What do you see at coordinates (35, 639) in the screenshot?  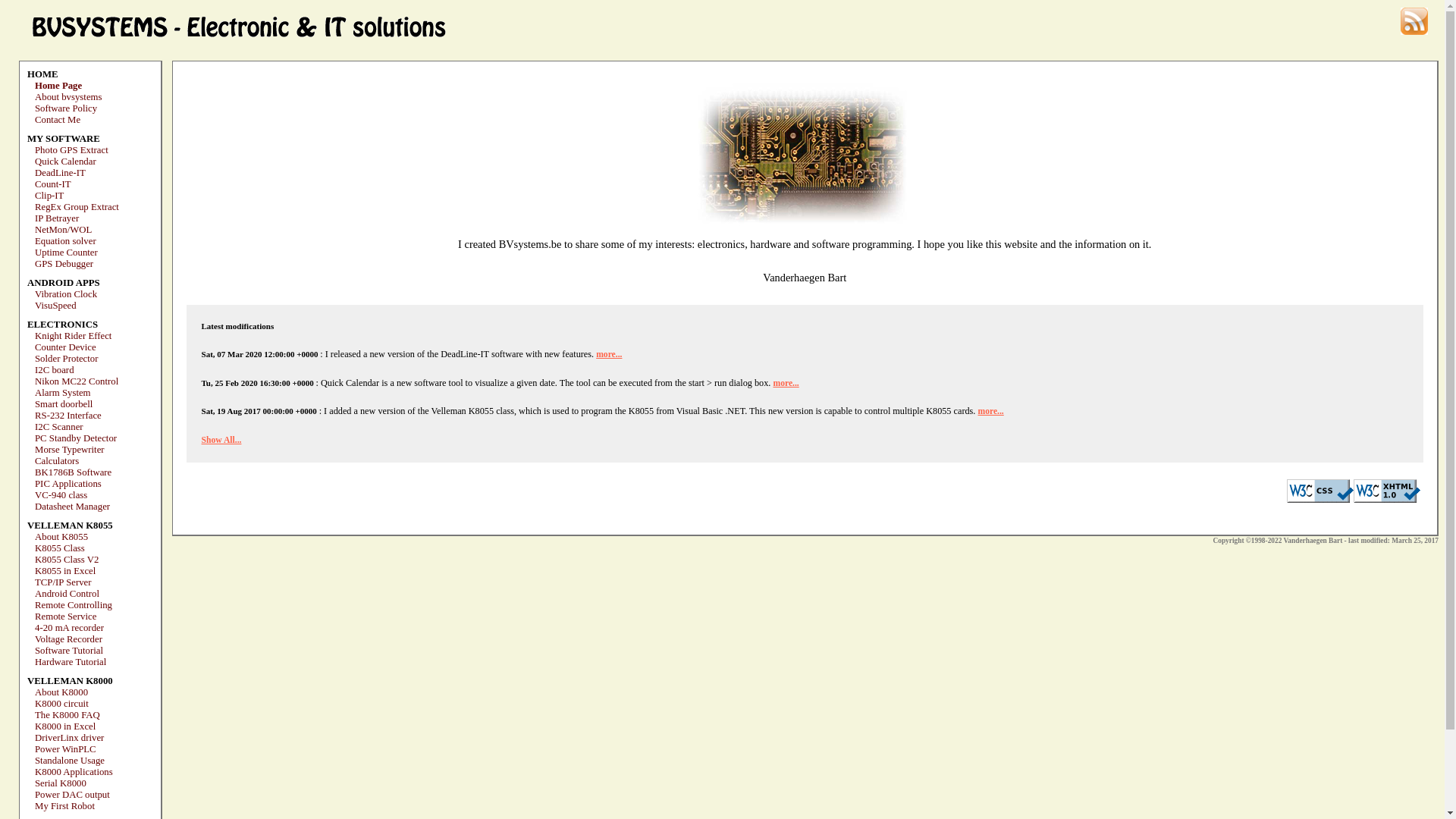 I see `'Voltage Recorder'` at bounding box center [35, 639].